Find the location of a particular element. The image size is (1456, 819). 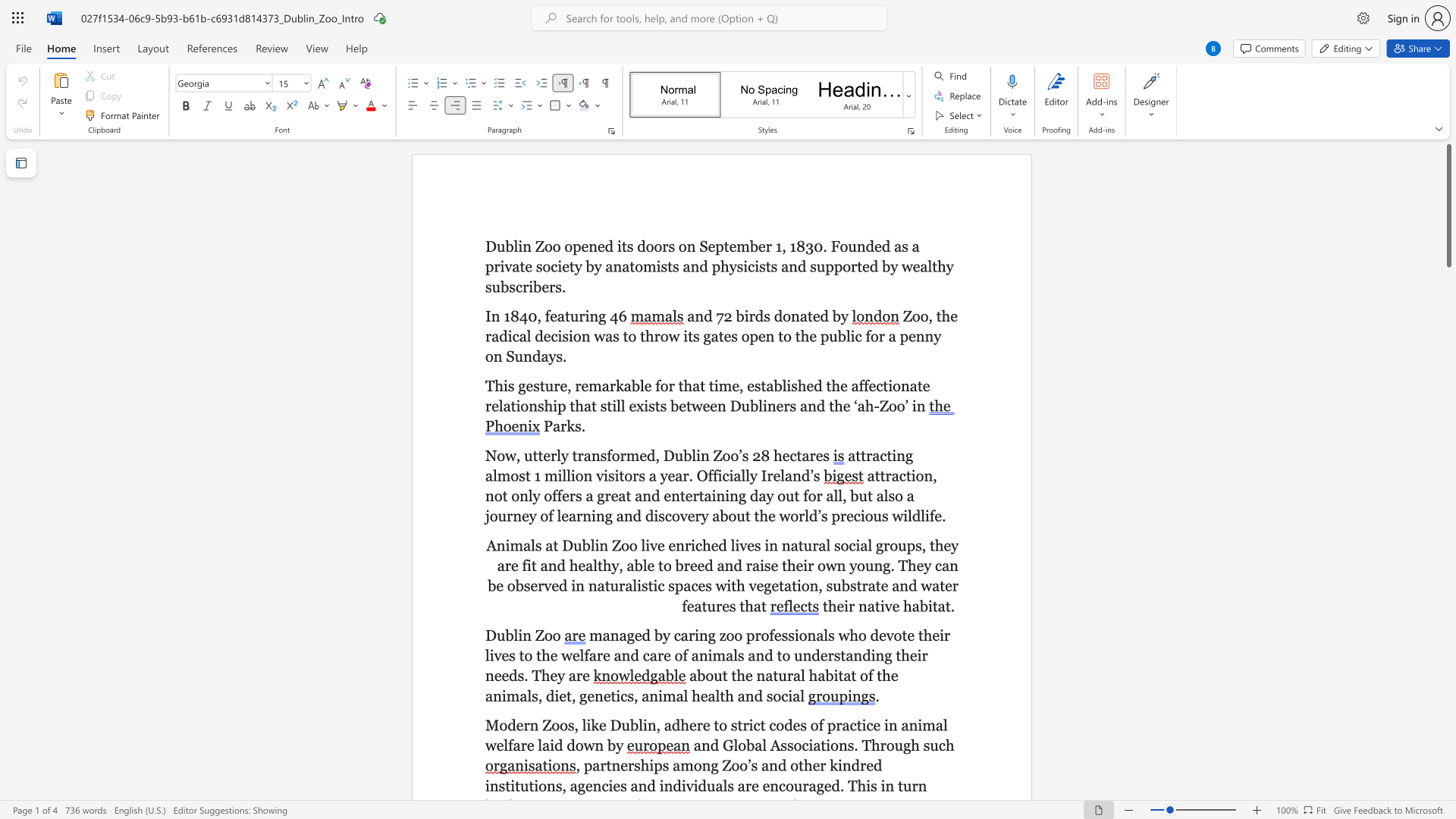

the 2th character "a" in the text is located at coordinates (769, 675).